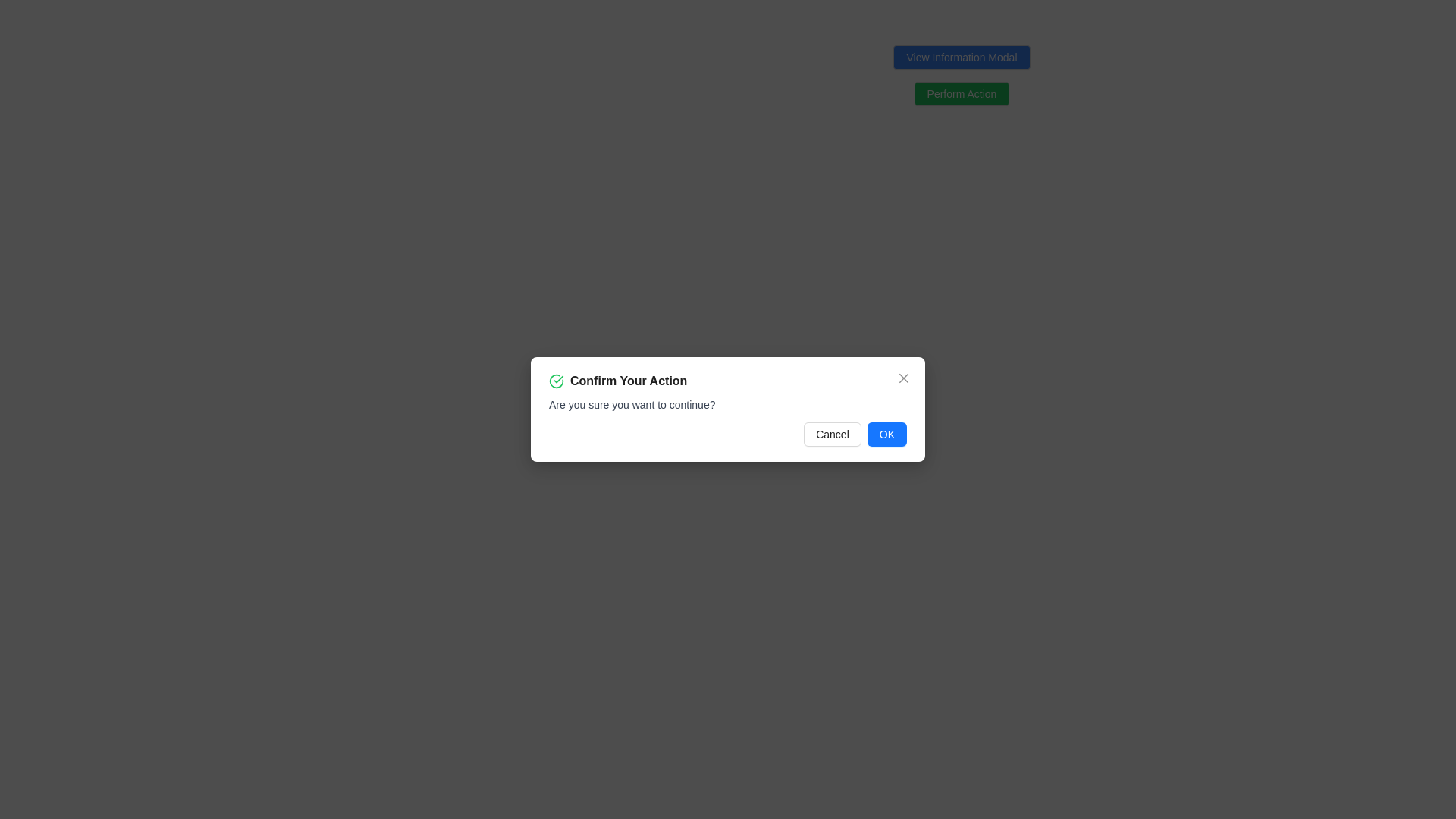 The image size is (1456, 819). I want to click on the text label displaying 'Perform Action', which is styled within a green button with rounded corners, so click(961, 93).